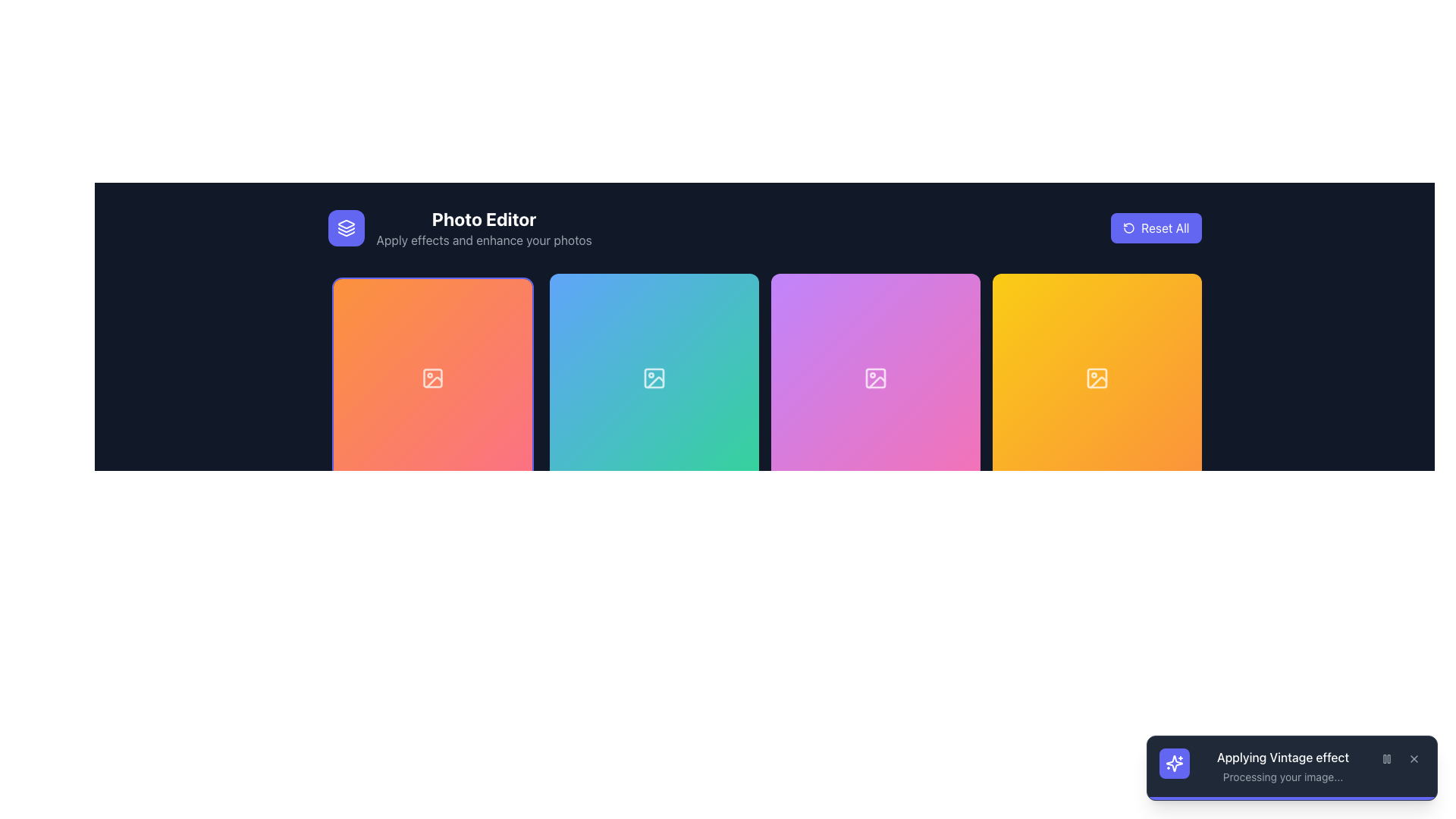 The width and height of the screenshot is (1456, 819). I want to click on the rounded square icon with an indigo background and a white graphic, located to the left of the 'Photo Editor' heading, so click(345, 227).